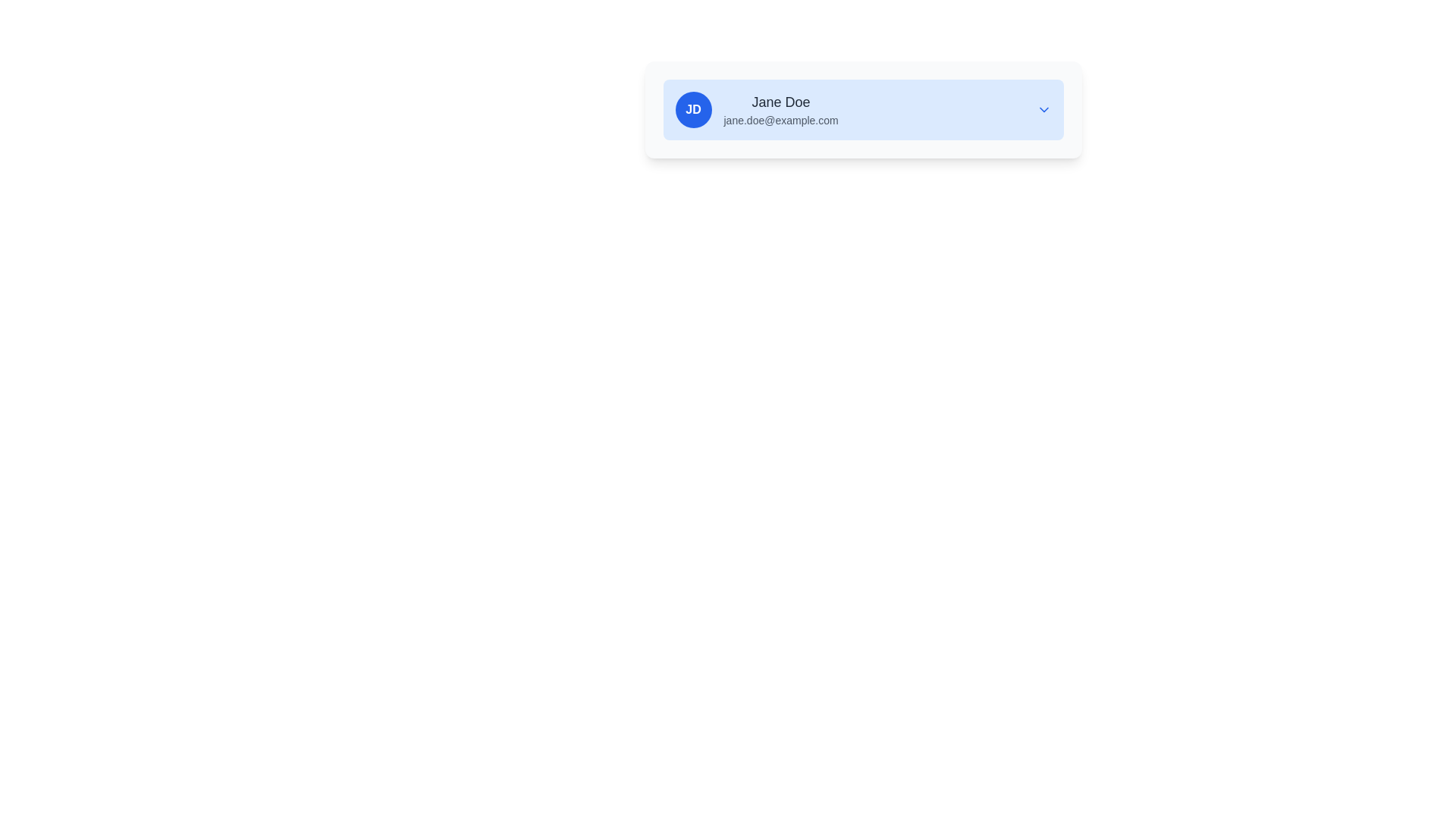  What do you see at coordinates (781, 102) in the screenshot?
I see `text displayed in the text label that identifies the user as 'Jane Doe', located at the top-center of the visible card` at bounding box center [781, 102].